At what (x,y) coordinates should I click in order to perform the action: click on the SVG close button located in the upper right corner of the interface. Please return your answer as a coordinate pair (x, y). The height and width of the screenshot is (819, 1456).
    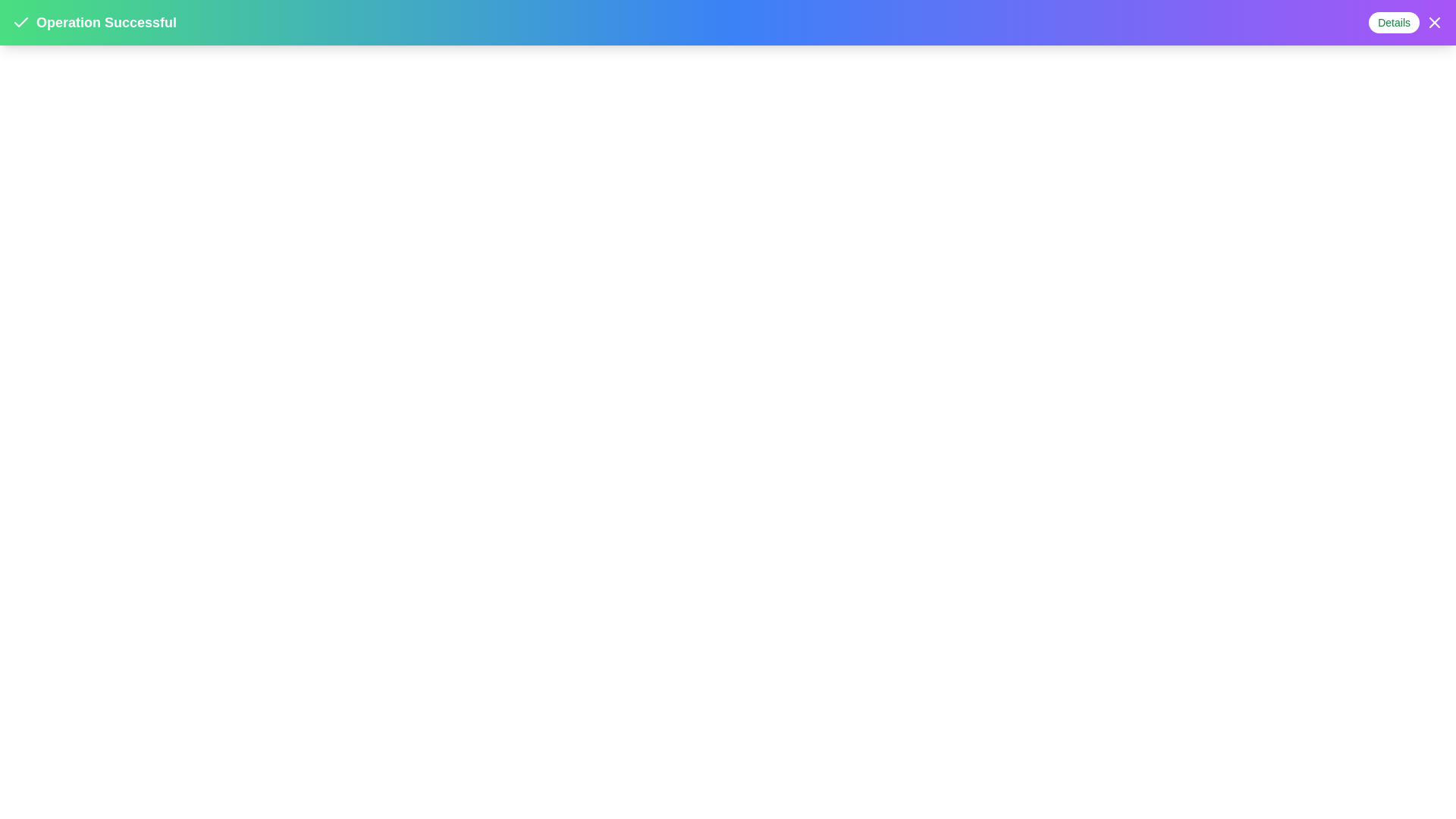
    Looking at the image, I should click on (1433, 23).